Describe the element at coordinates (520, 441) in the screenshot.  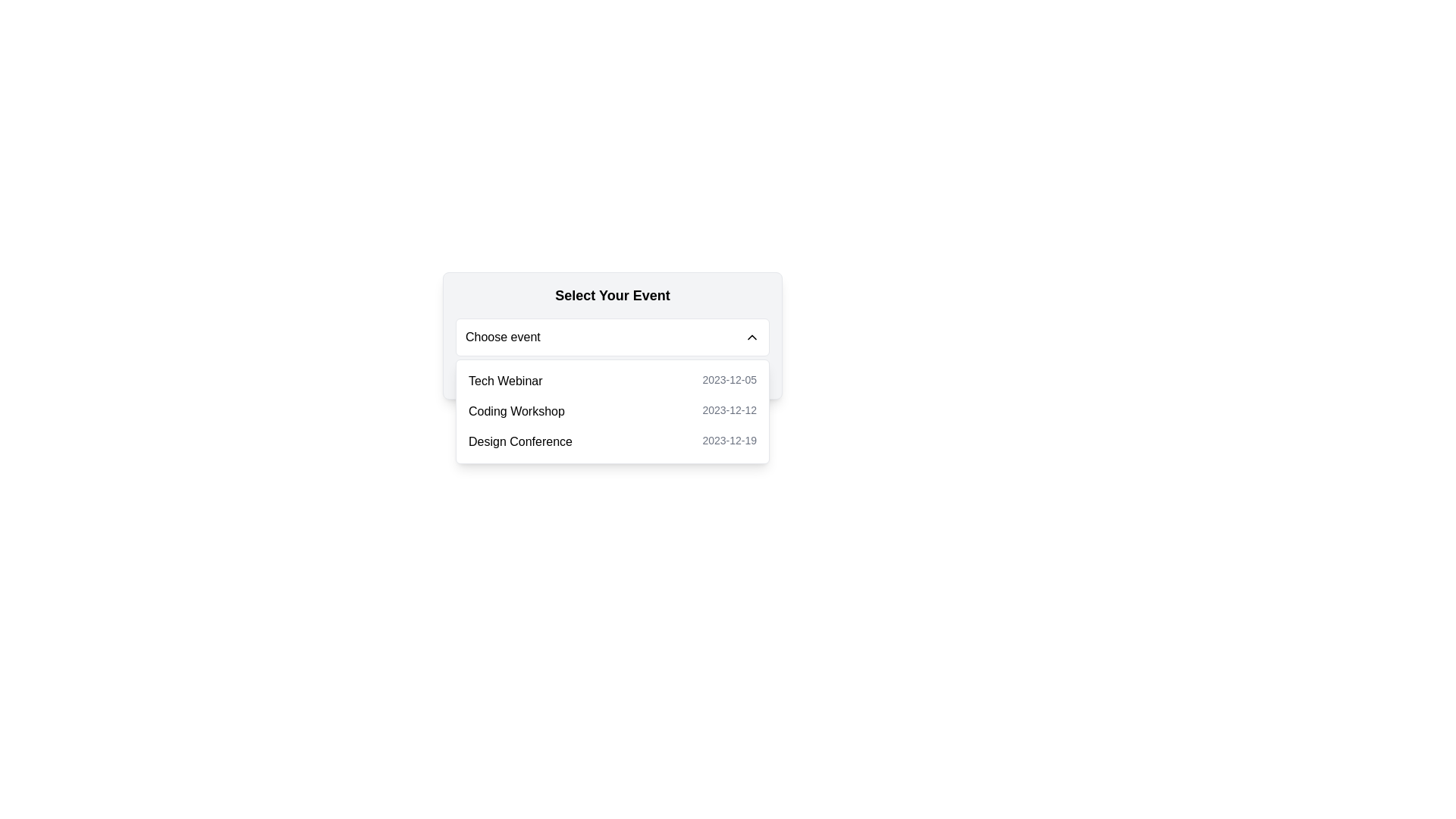
I see `static text label displaying 'Design Conference' located in the dropdown menu, positioned to the left of the date '2023-12-19'` at that location.